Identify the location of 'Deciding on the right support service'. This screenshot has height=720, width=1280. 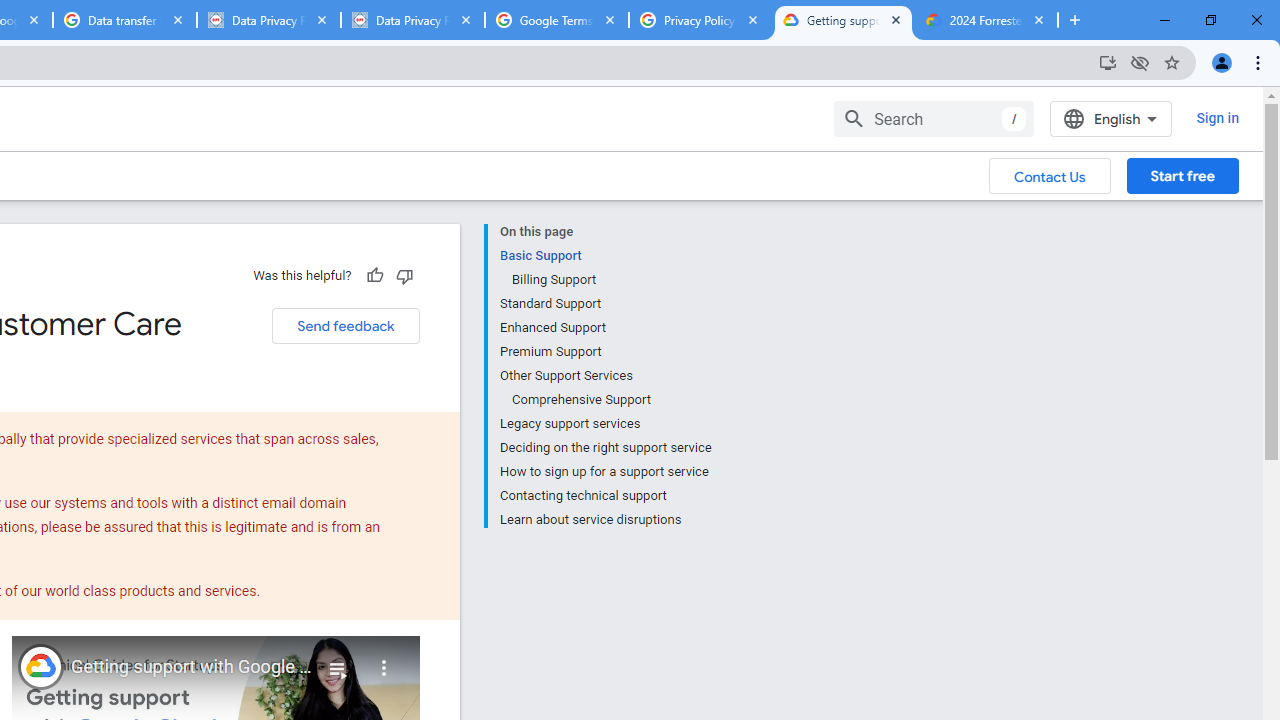
(604, 447).